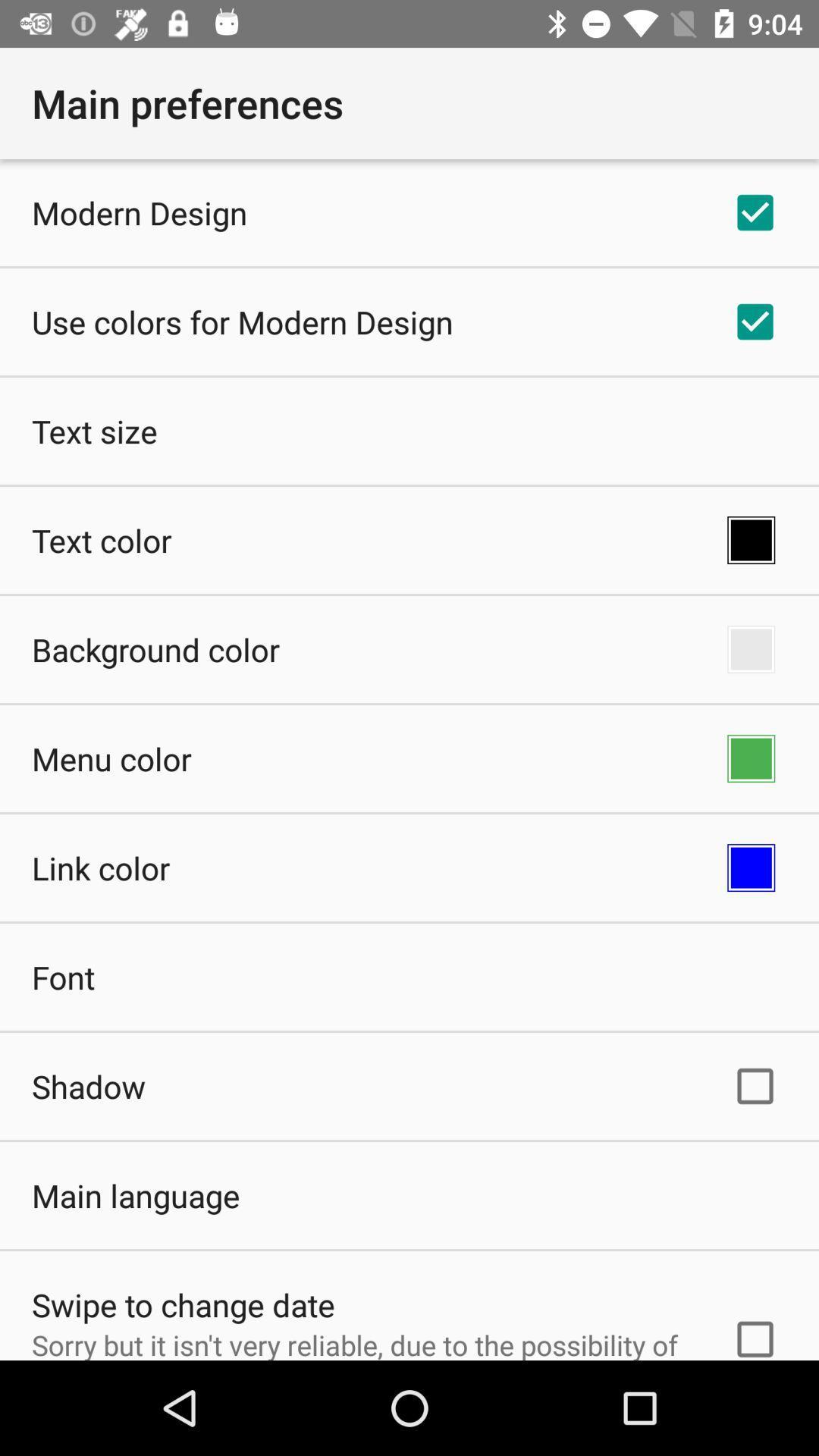  I want to click on the app above the shadow, so click(62, 977).